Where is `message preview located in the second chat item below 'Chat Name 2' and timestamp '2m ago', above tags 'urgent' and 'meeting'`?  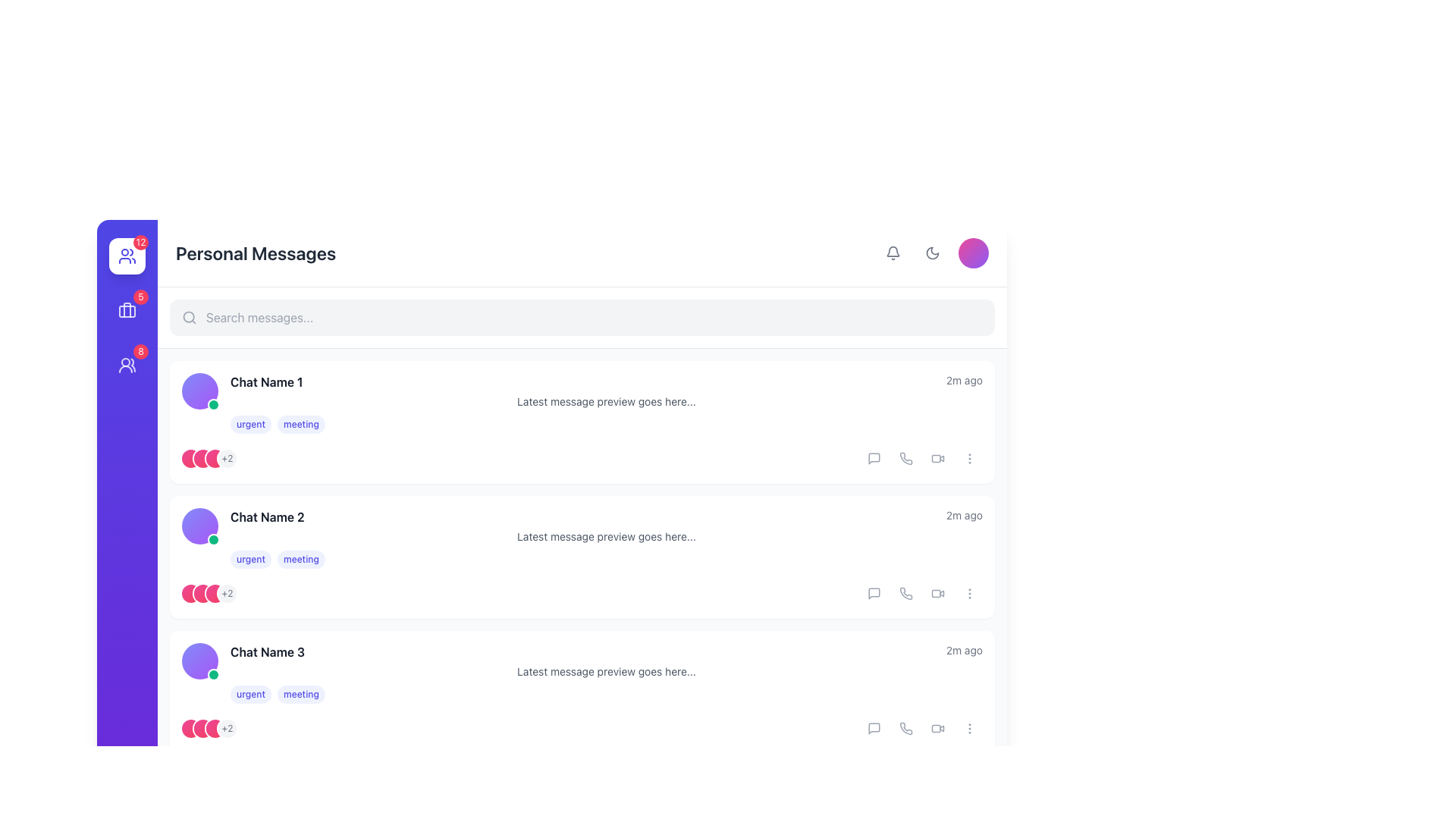
message preview located in the second chat item below 'Chat Name 2' and timestamp '2m ago', above tags 'urgent' and 'meeting' is located at coordinates (607, 536).